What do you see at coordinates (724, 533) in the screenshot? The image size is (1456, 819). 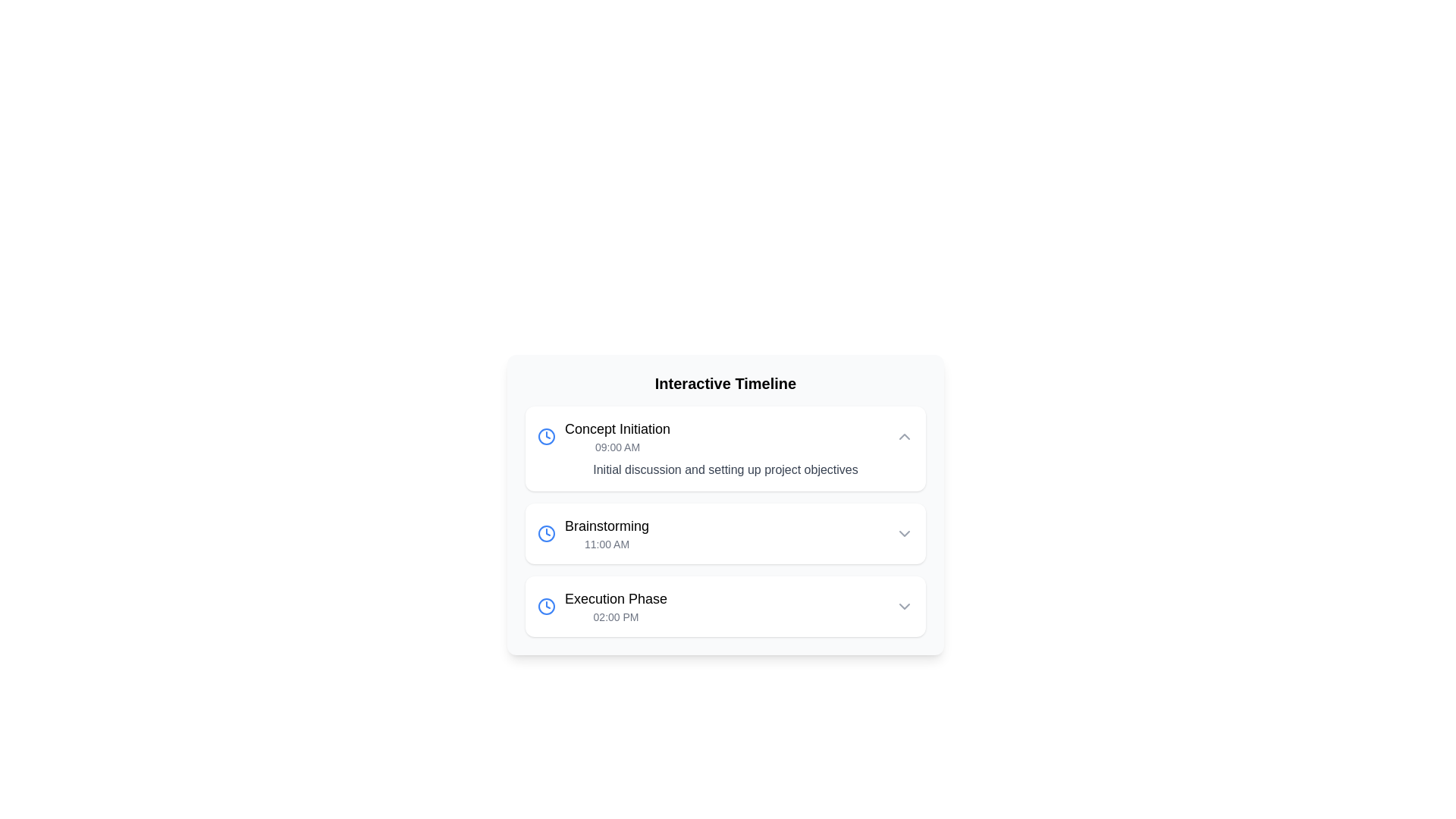 I see `the timeline entry labeled 'Brainstorming' at 11:00 AM to navigate to a detailed view of the event` at bounding box center [724, 533].